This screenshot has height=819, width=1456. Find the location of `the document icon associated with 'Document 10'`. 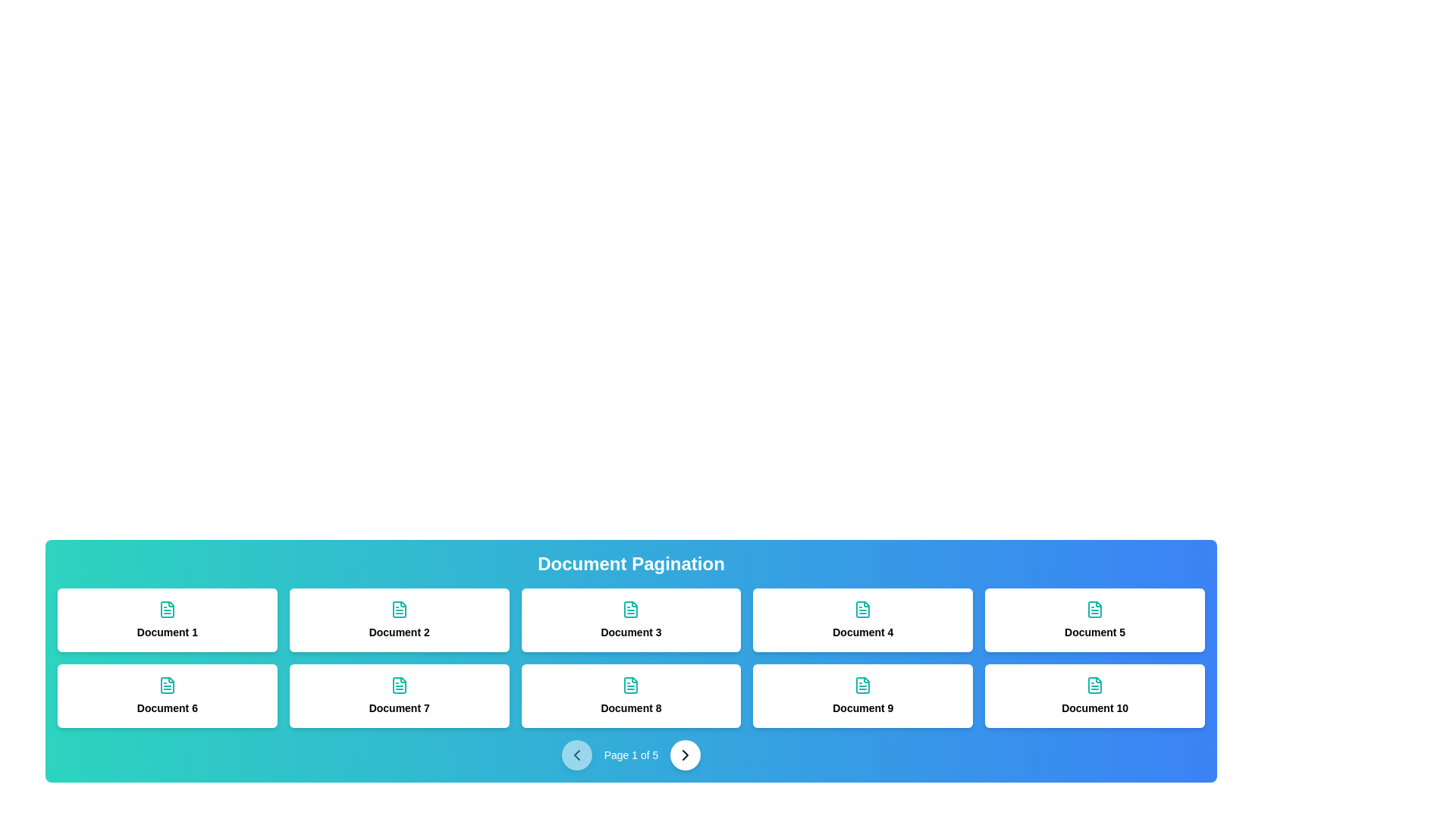

the document icon associated with 'Document 10' is located at coordinates (1095, 685).